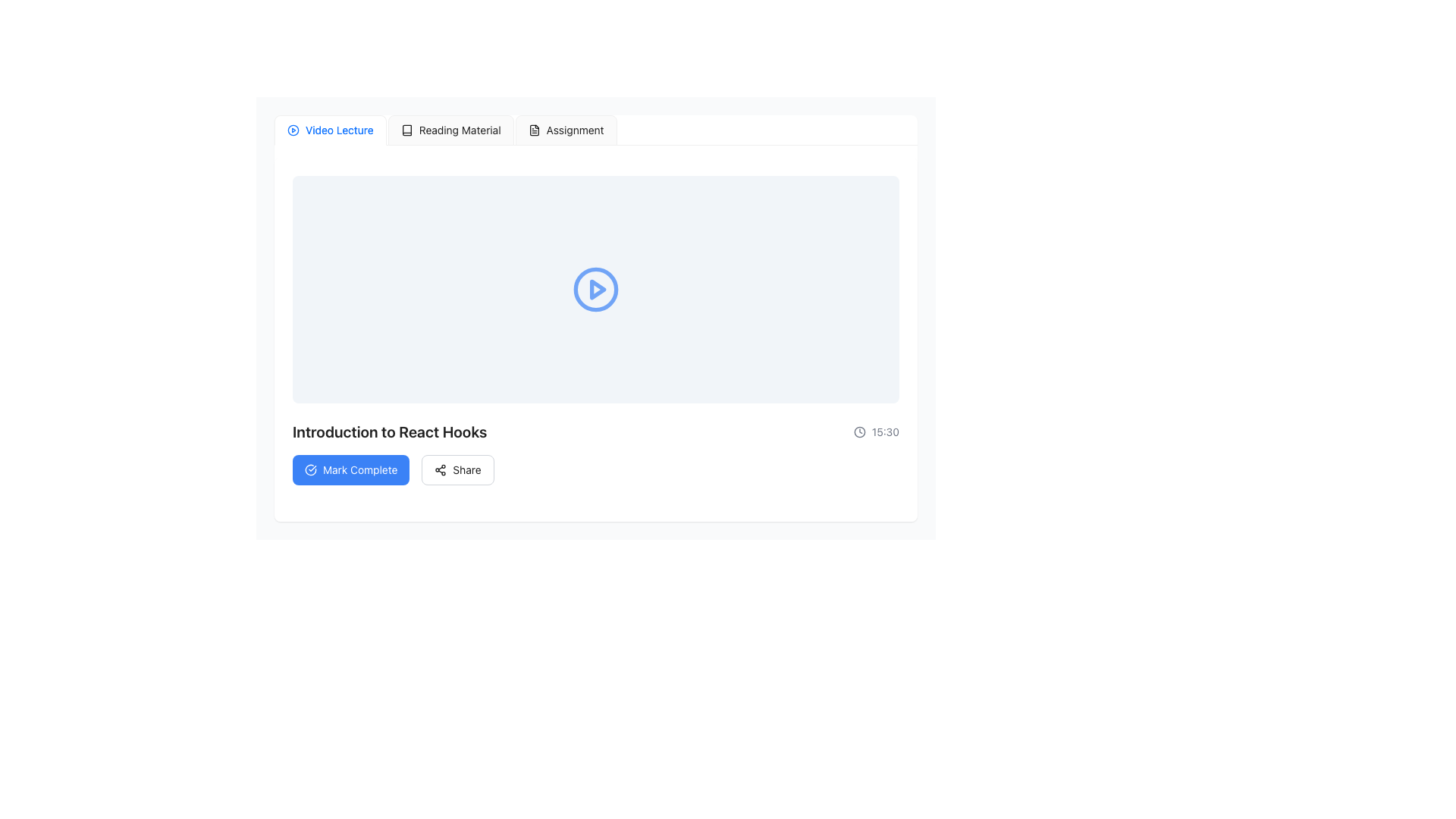 This screenshot has width=1456, height=819. What do you see at coordinates (595, 289) in the screenshot?
I see `the play button icon, which is centrally located within a light gray rectangular area` at bounding box center [595, 289].